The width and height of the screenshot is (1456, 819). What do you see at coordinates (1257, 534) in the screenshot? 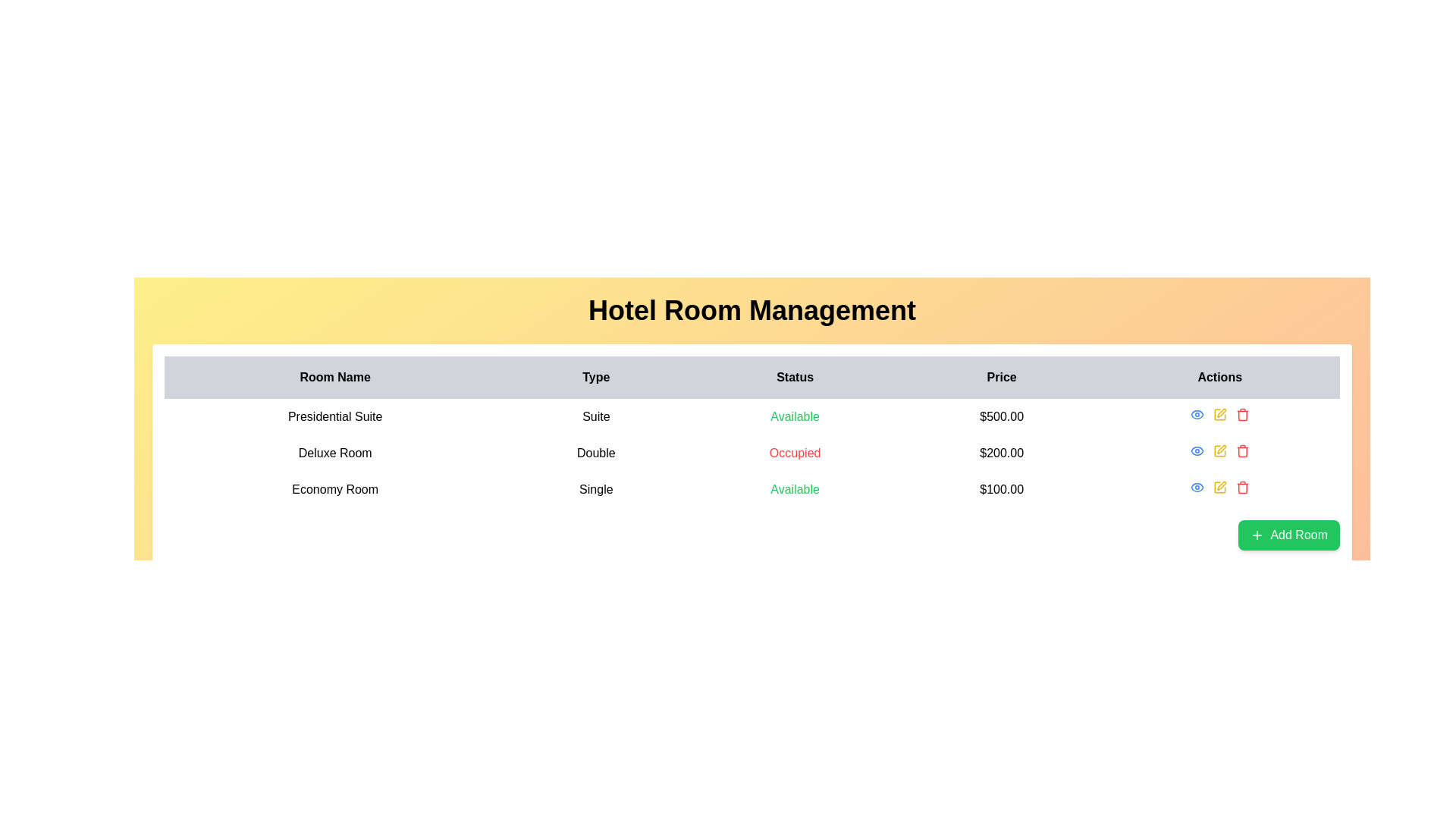
I see `the green plus icon that is part of the 'Add Room' button, located to the left of the text 'Add Room'` at bounding box center [1257, 534].